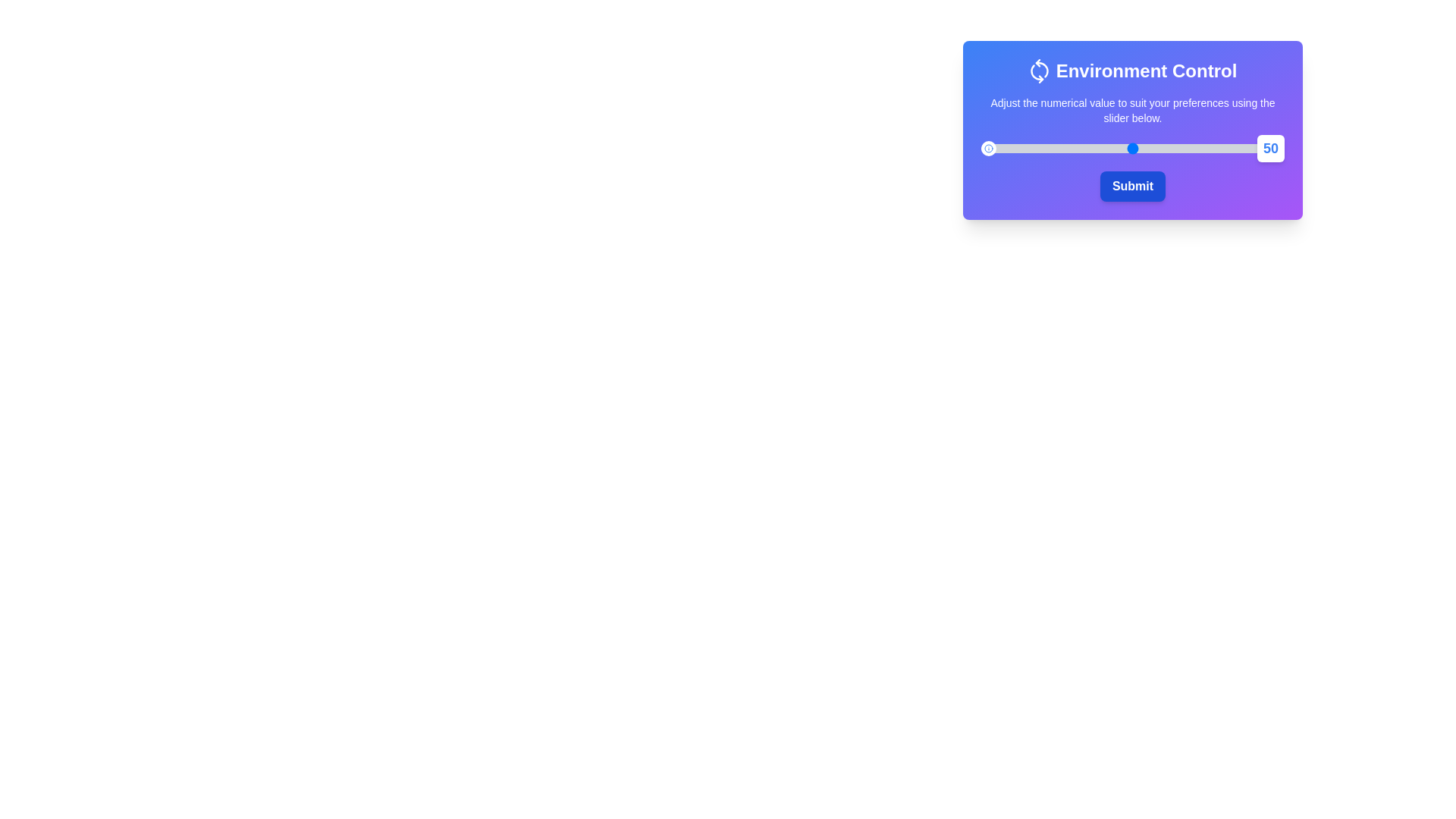 Image resolution: width=1456 pixels, height=819 pixels. Describe the element at coordinates (1193, 149) in the screenshot. I see `the slider to set the value to 70` at that location.